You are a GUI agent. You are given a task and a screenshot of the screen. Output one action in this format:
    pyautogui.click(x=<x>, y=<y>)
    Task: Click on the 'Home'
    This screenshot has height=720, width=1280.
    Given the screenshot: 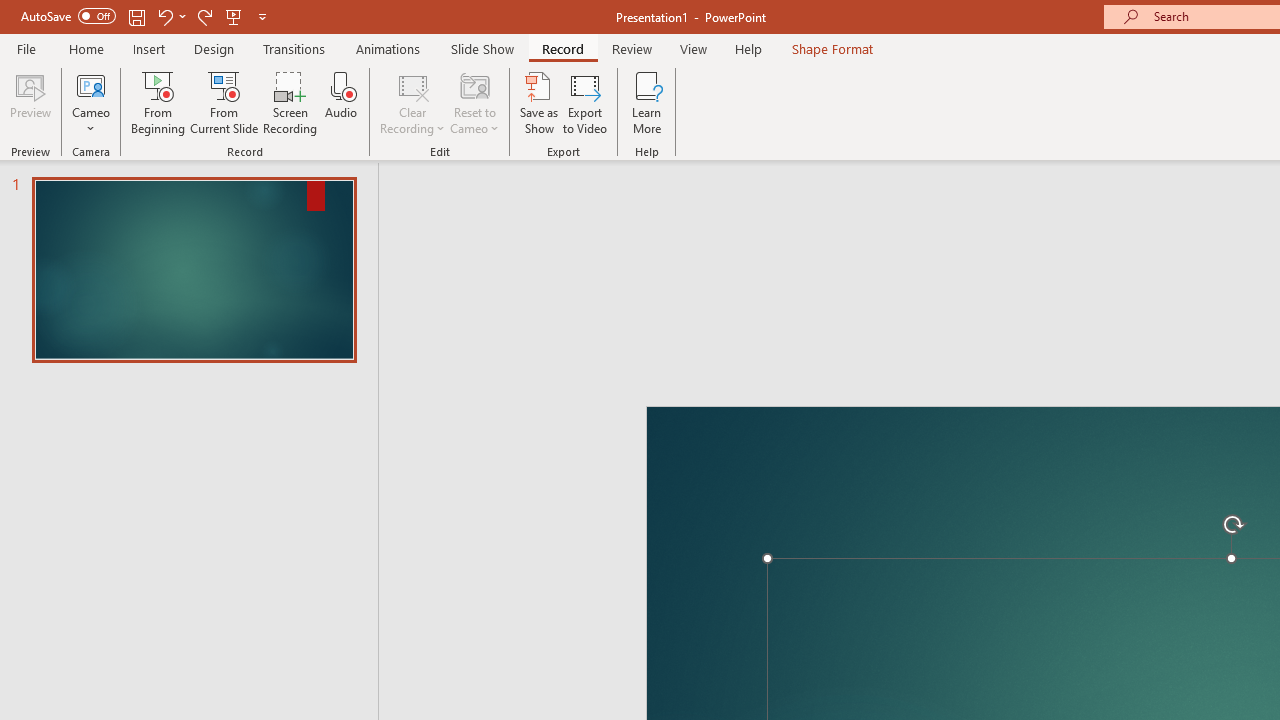 What is the action you would take?
    pyautogui.click(x=85, y=48)
    